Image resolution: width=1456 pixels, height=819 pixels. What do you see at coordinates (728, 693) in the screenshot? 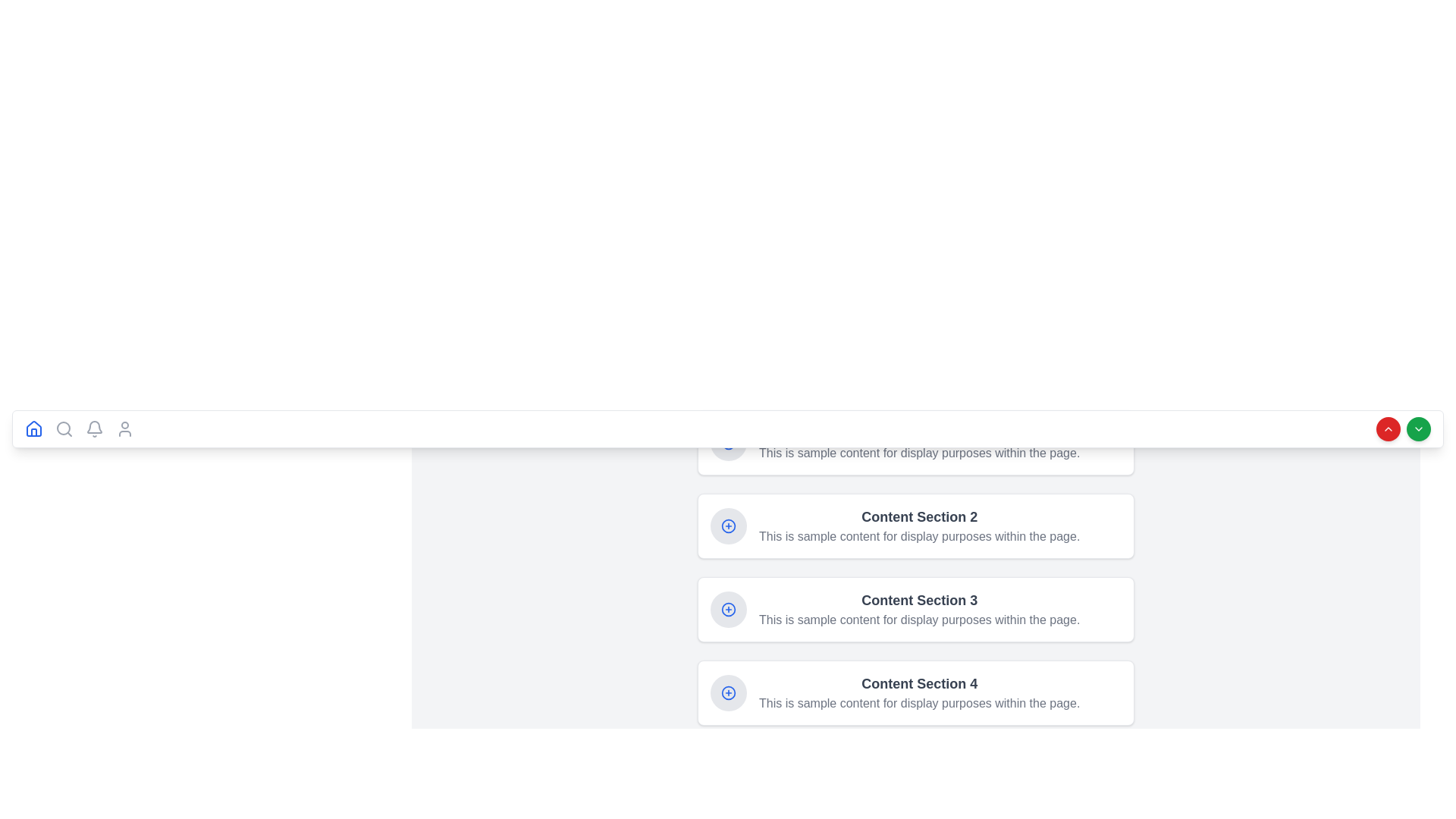
I see `the circular icon with a gray background and a blue plus sign, located to the left of 'Content Section 4'` at bounding box center [728, 693].